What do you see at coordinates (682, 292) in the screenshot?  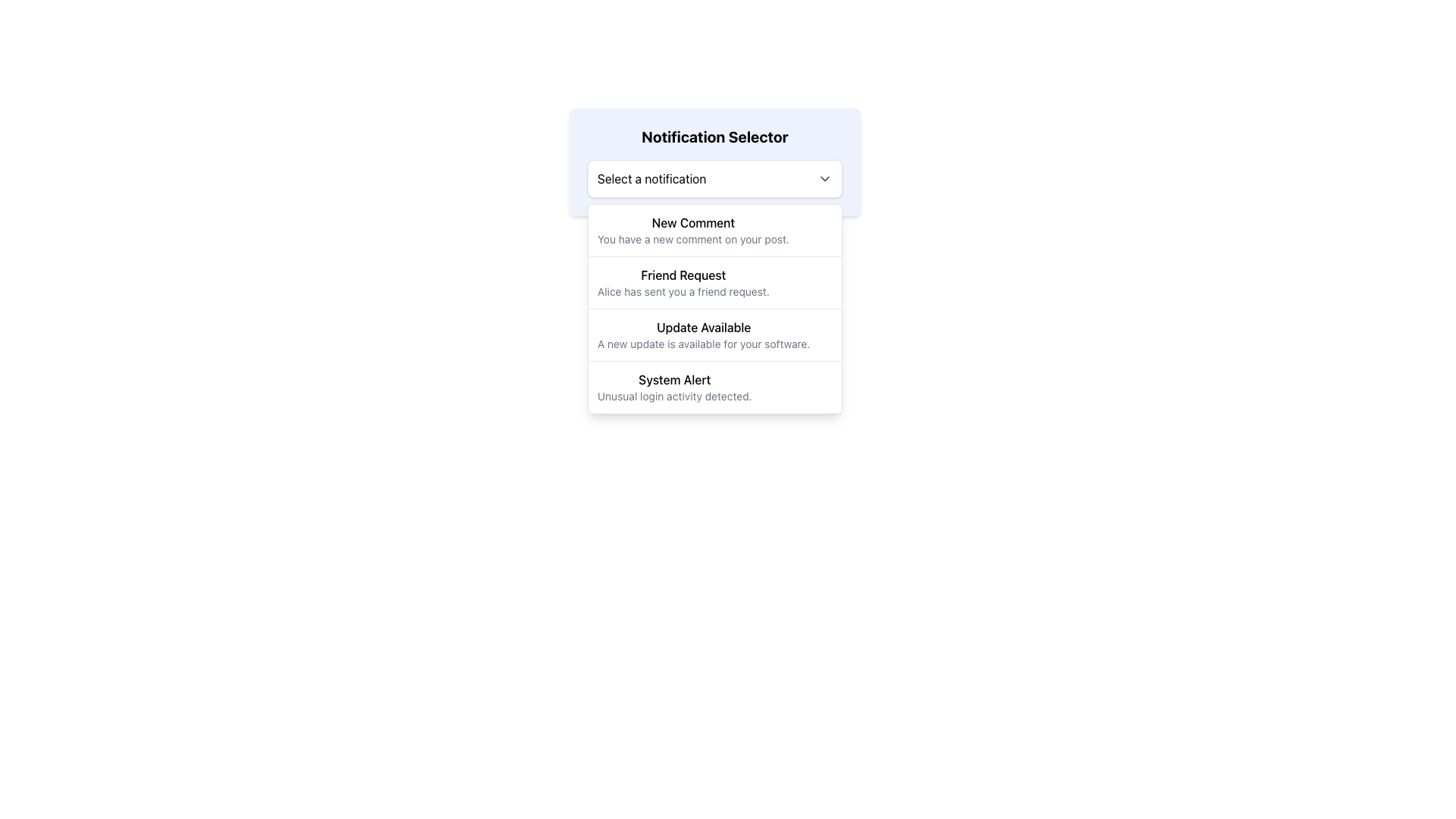 I see `the text element that reads 'Alice has sent you a friend request.' which is located below the 'Friend Request' heading in the dropdown menu` at bounding box center [682, 292].